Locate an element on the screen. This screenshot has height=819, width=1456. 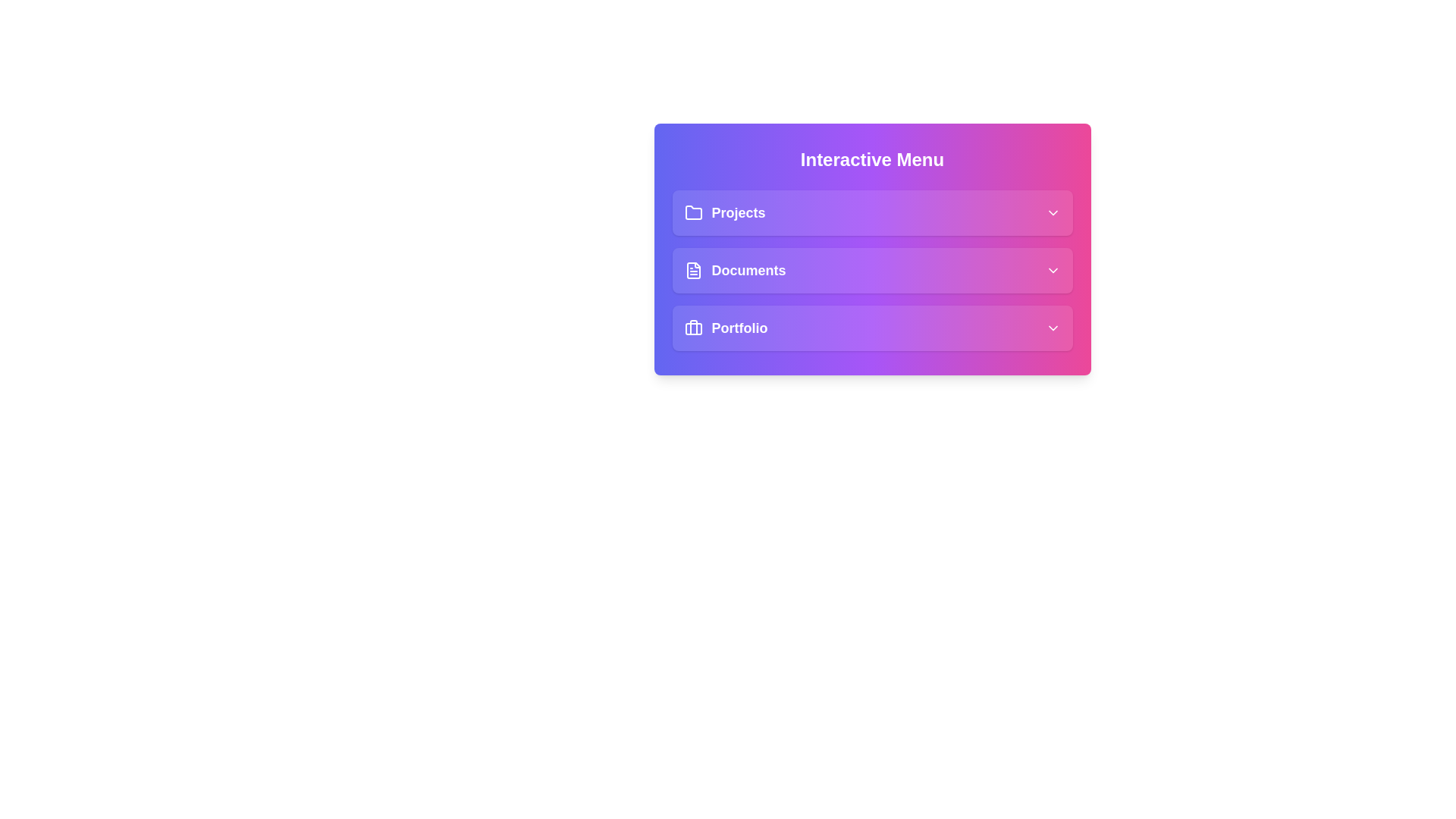
the 'Documents' label with the file icon, which is the second item in a vertical list of menu options is located at coordinates (735, 270).